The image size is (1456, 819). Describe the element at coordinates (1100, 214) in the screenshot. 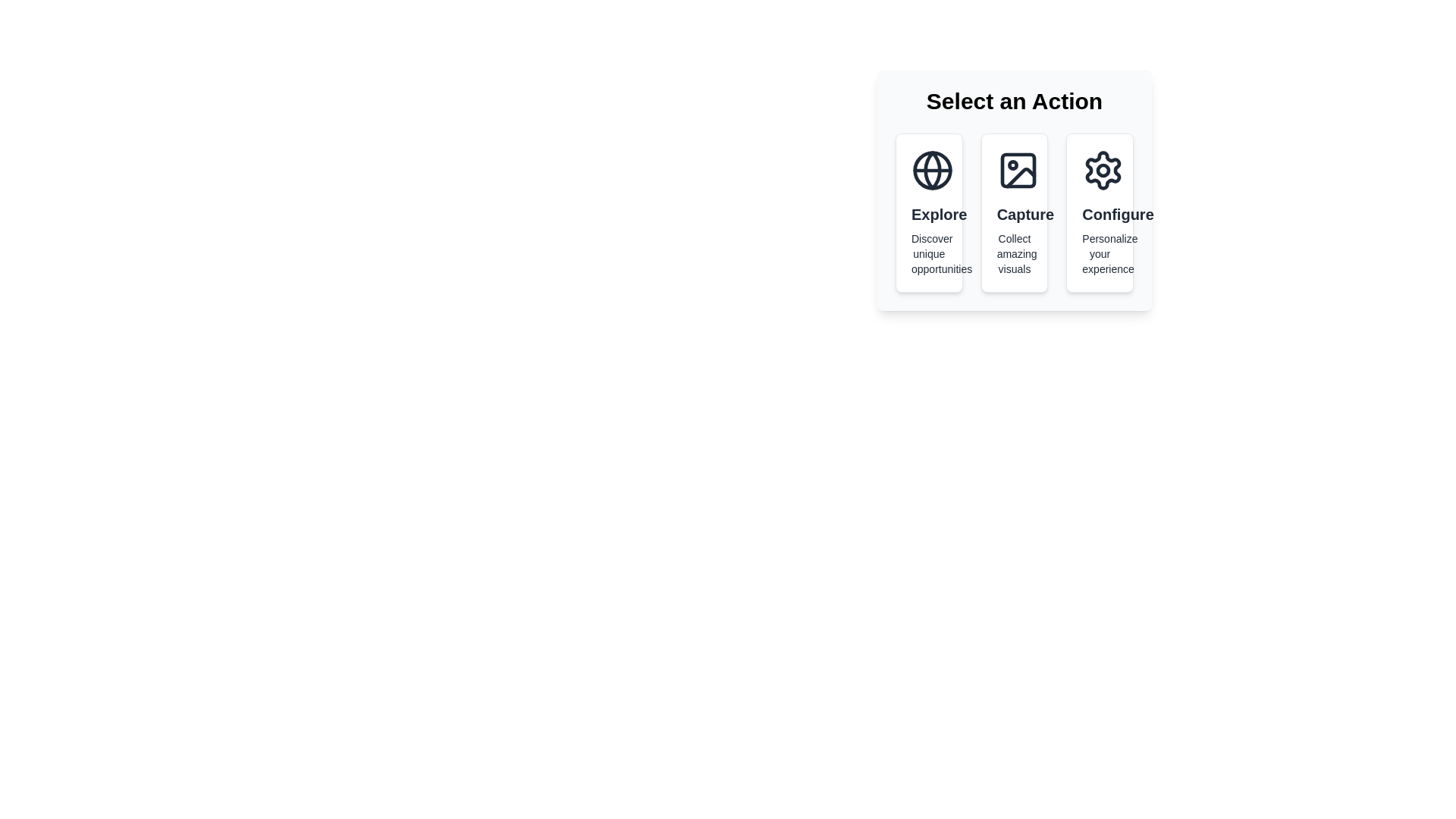

I see `the 'Configure' label, which is displayed in bold text inside a selectable card in the third column of a three-column layout` at that location.